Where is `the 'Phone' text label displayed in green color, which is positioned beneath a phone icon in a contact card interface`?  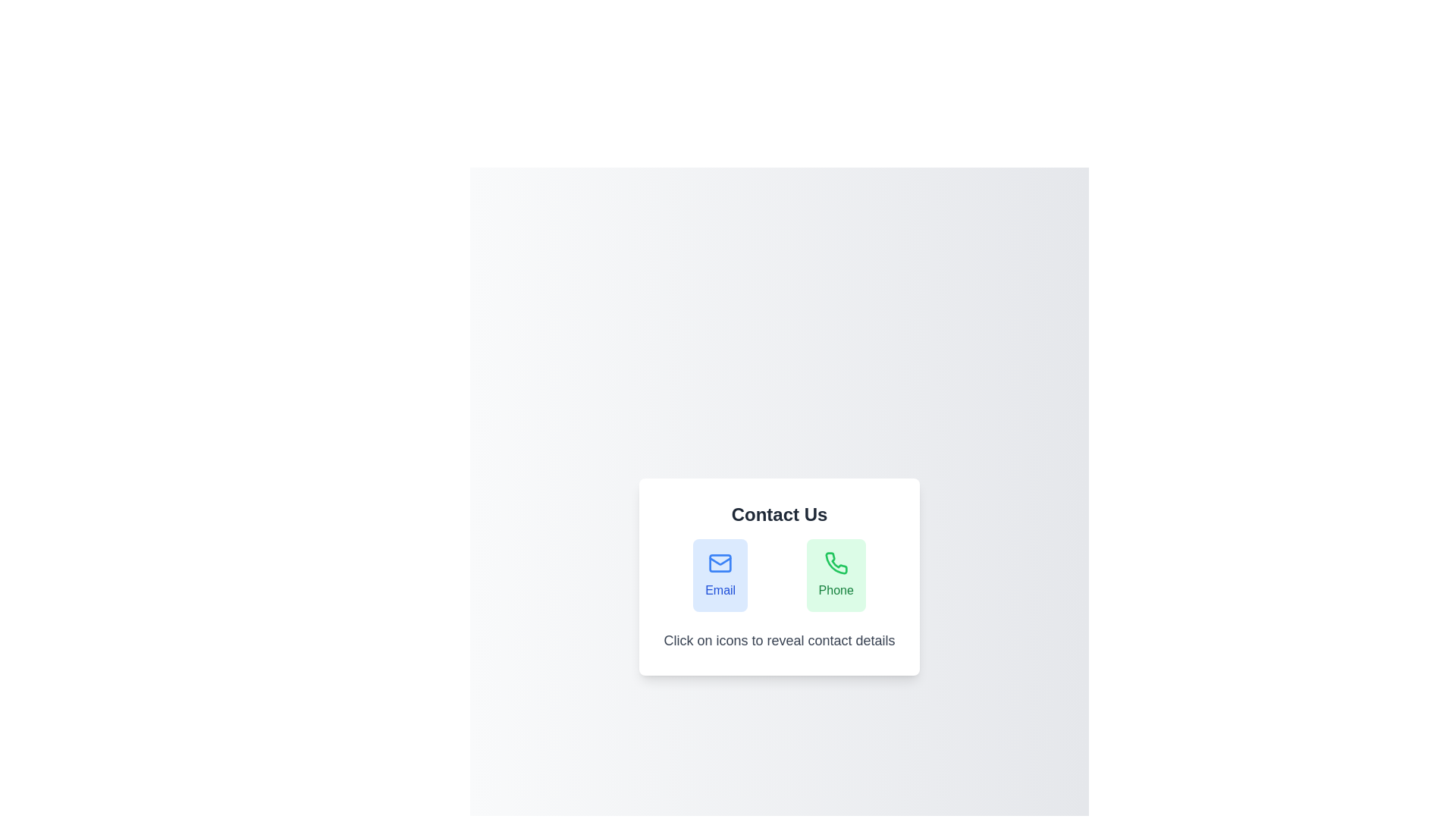 the 'Phone' text label displayed in green color, which is positioned beneath a phone icon in a contact card interface is located at coordinates (835, 590).